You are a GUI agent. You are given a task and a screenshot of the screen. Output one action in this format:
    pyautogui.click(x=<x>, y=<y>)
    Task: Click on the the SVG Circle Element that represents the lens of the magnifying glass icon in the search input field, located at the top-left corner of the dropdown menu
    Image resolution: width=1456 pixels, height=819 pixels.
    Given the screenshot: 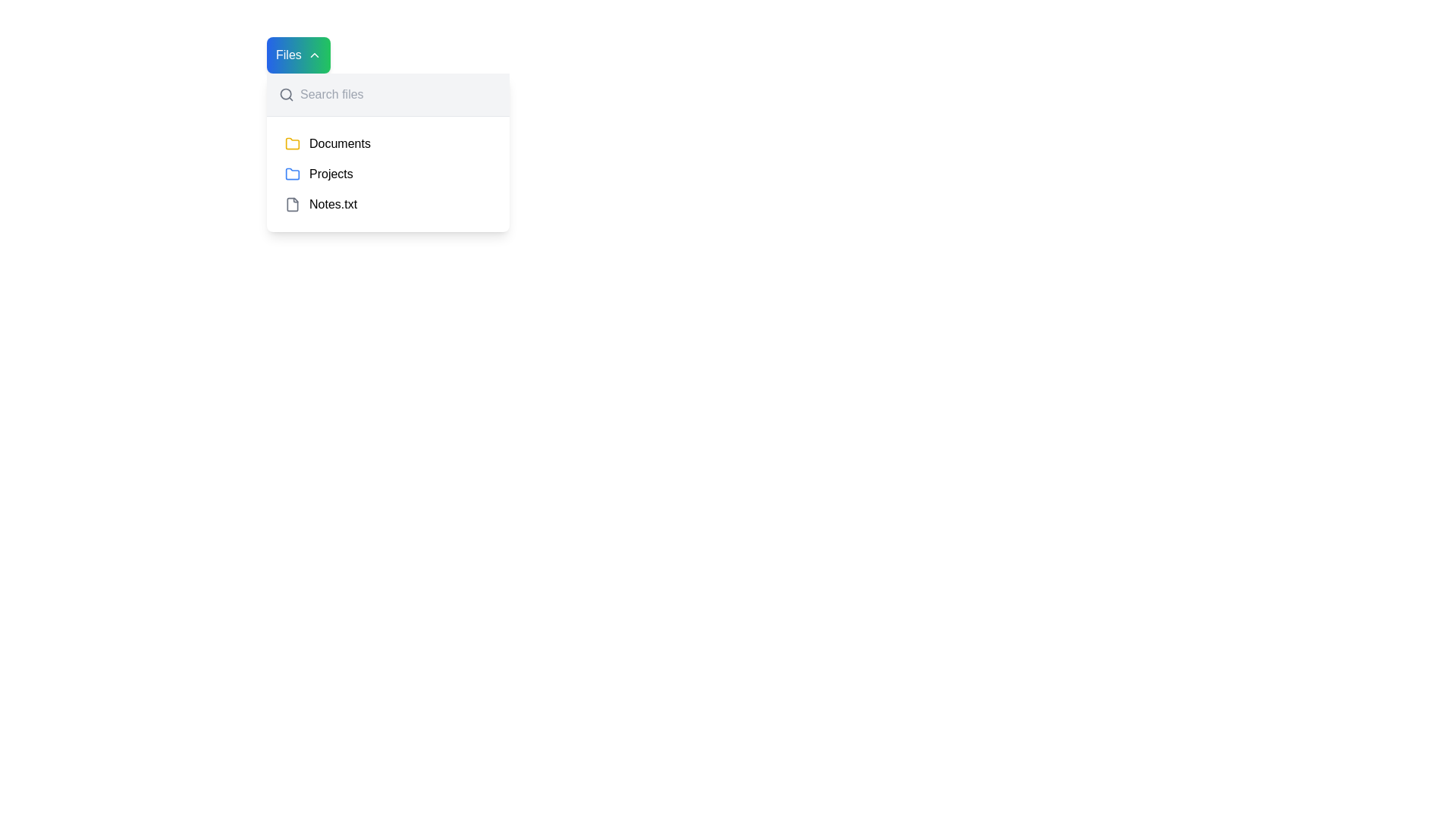 What is the action you would take?
    pyautogui.click(x=286, y=94)
    